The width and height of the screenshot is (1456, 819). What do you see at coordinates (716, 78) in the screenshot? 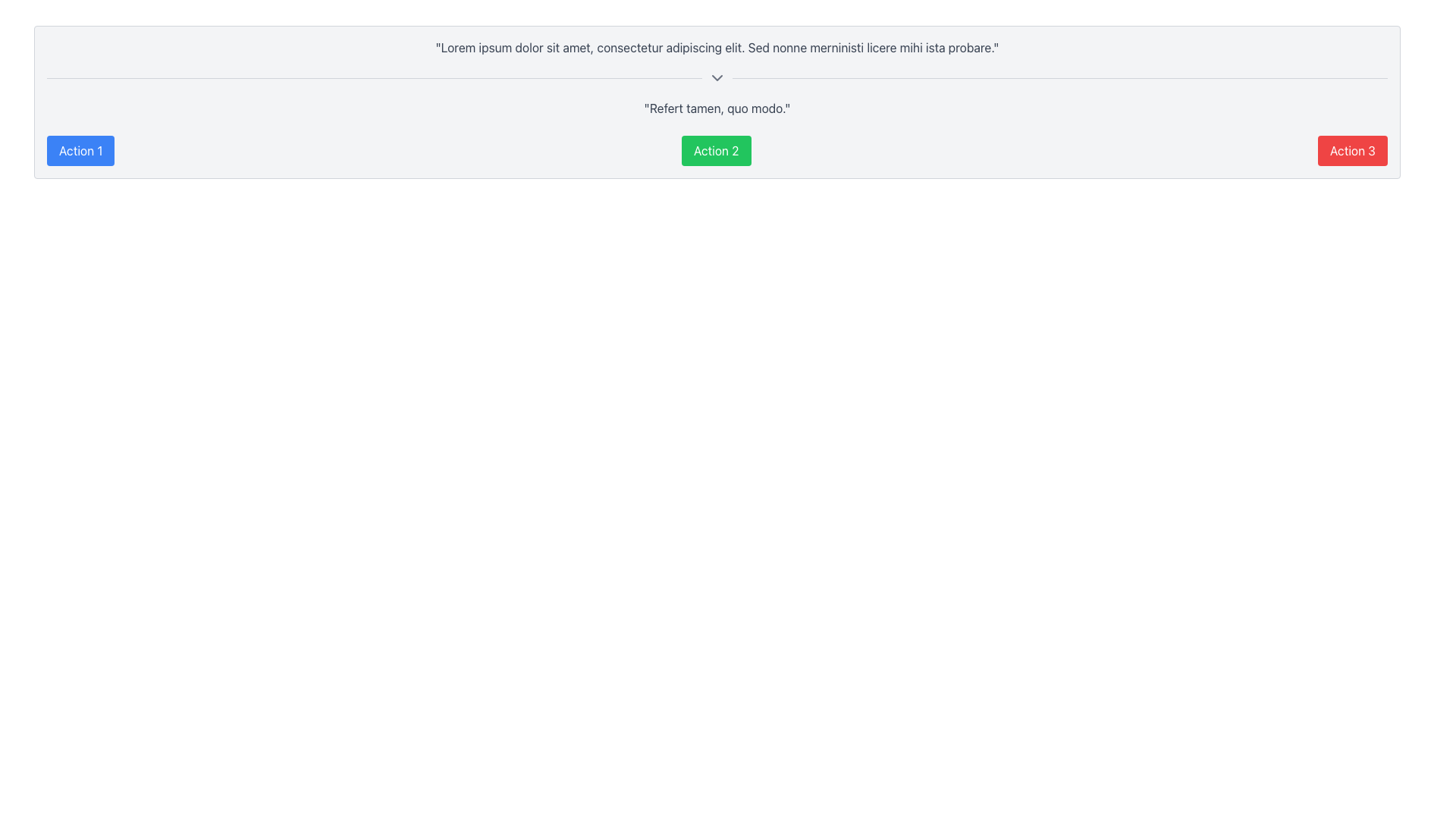
I see `the icon located in the middle of the horizontal bar` at bounding box center [716, 78].